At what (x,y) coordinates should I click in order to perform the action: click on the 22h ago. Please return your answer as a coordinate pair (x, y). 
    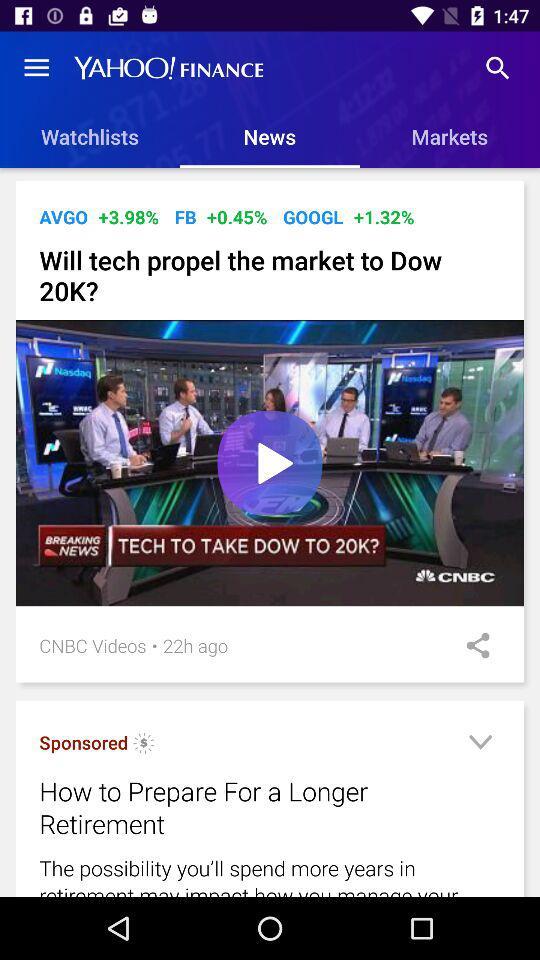
    Looking at the image, I should click on (195, 644).